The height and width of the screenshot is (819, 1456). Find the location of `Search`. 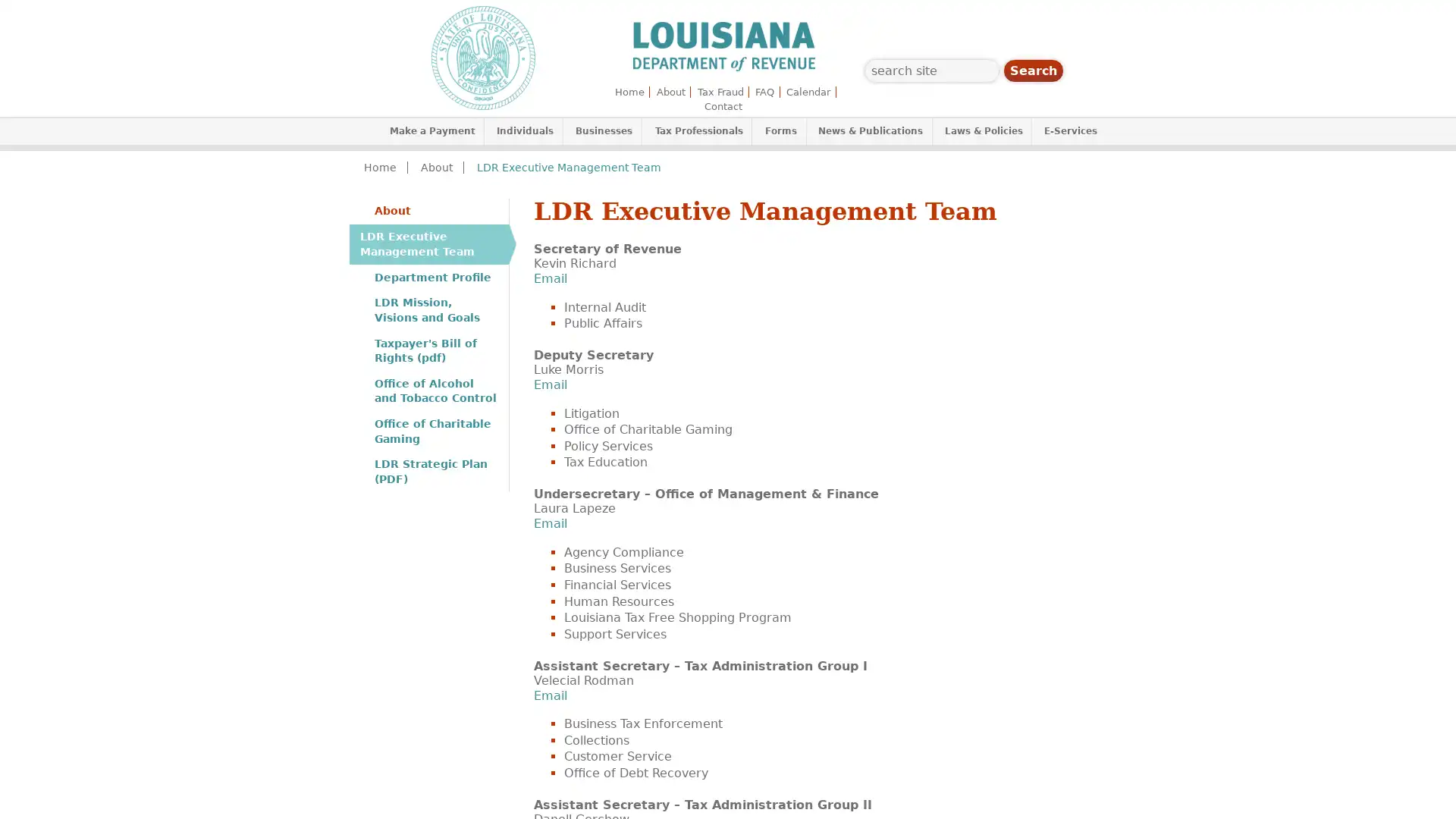

Search is located at coordinates (1033, 71).